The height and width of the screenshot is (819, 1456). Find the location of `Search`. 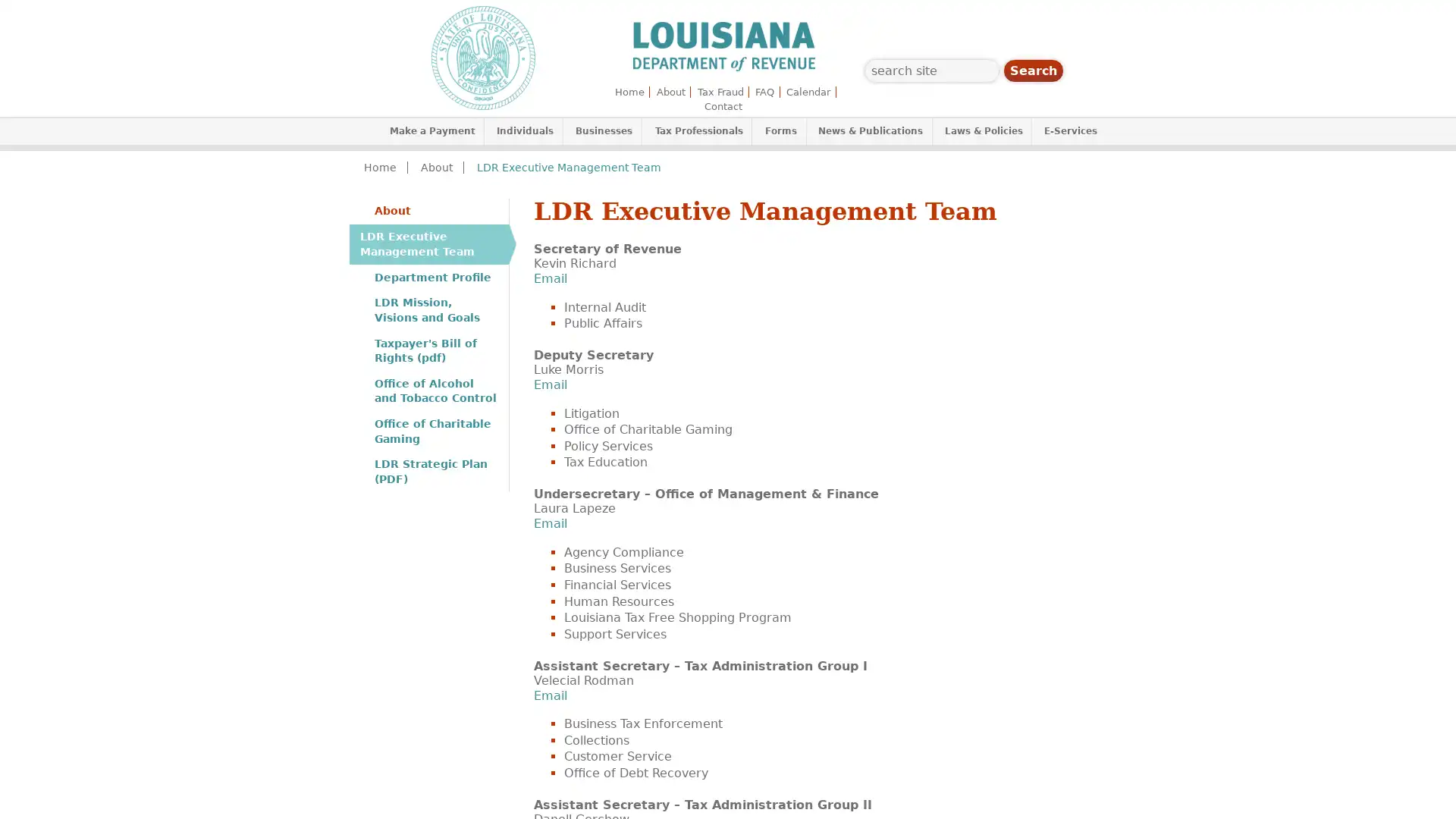

Search is located at coordinates (1033, 71).